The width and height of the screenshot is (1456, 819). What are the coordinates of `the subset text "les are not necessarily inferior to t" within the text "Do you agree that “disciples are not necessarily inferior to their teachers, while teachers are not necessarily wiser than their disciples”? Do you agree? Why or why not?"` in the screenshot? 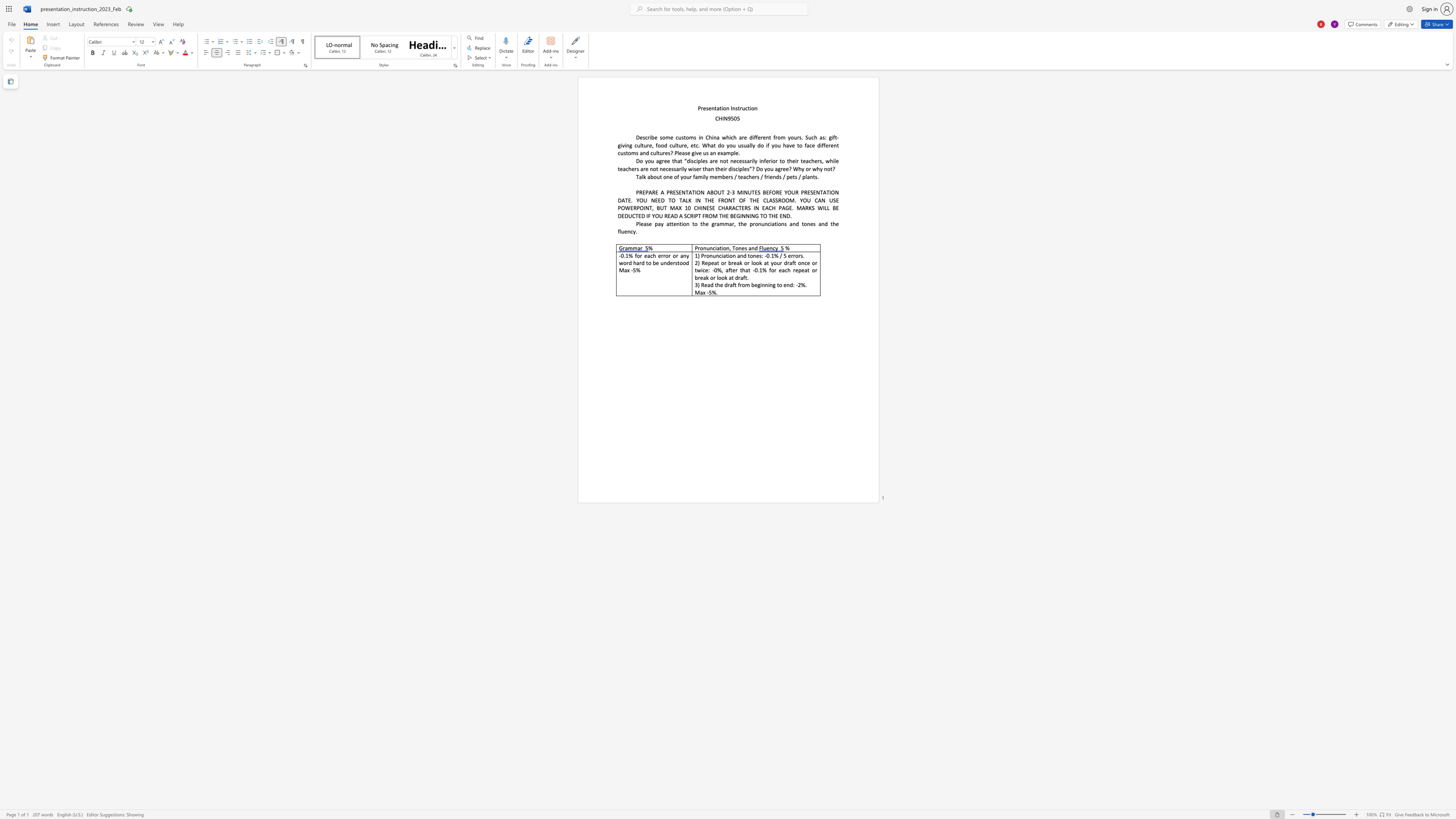 It's located at (700, 160).